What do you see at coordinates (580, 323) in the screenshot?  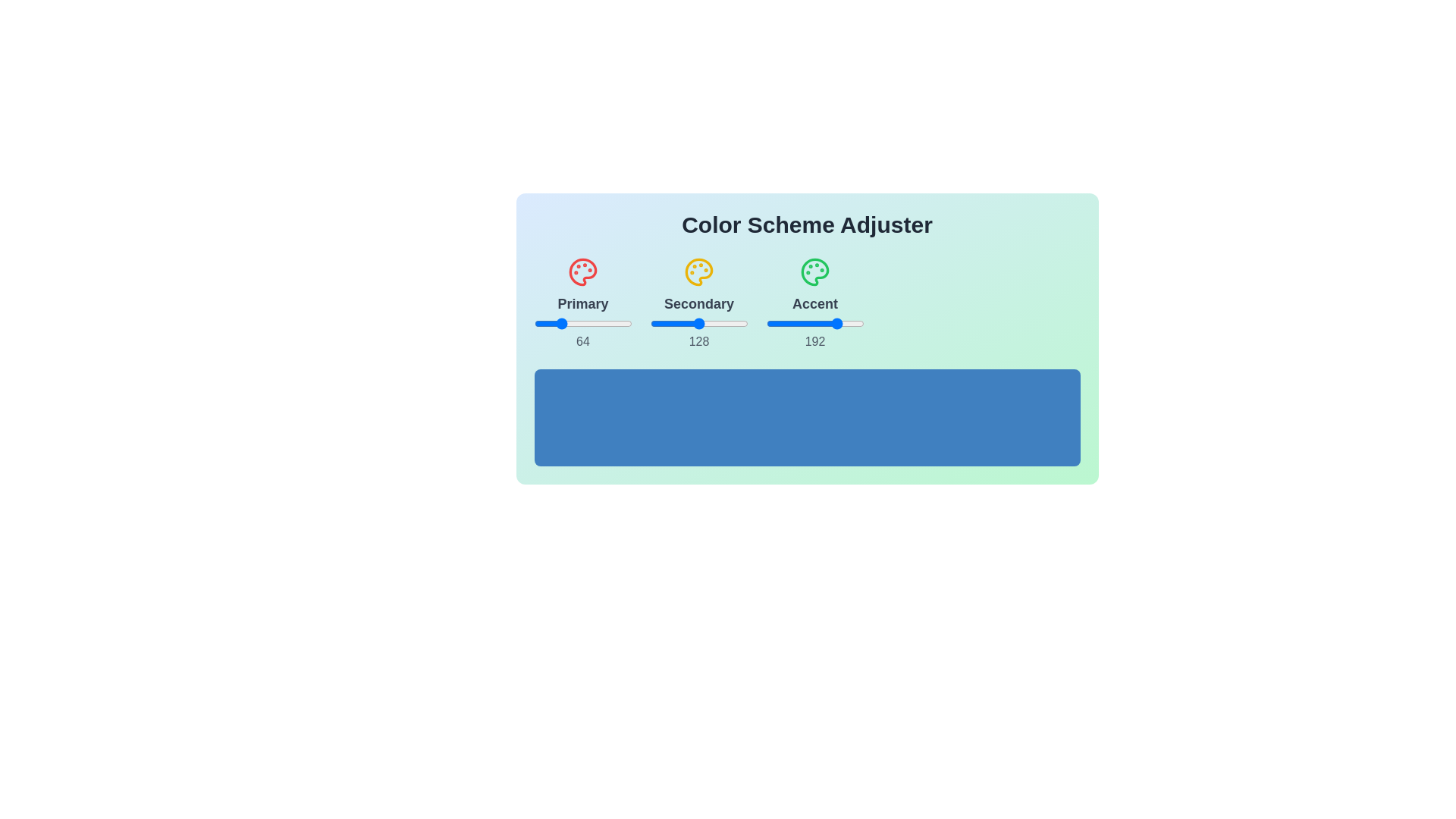 I see `the primary slider to set its value to 123` at bounding box center [580, 323].